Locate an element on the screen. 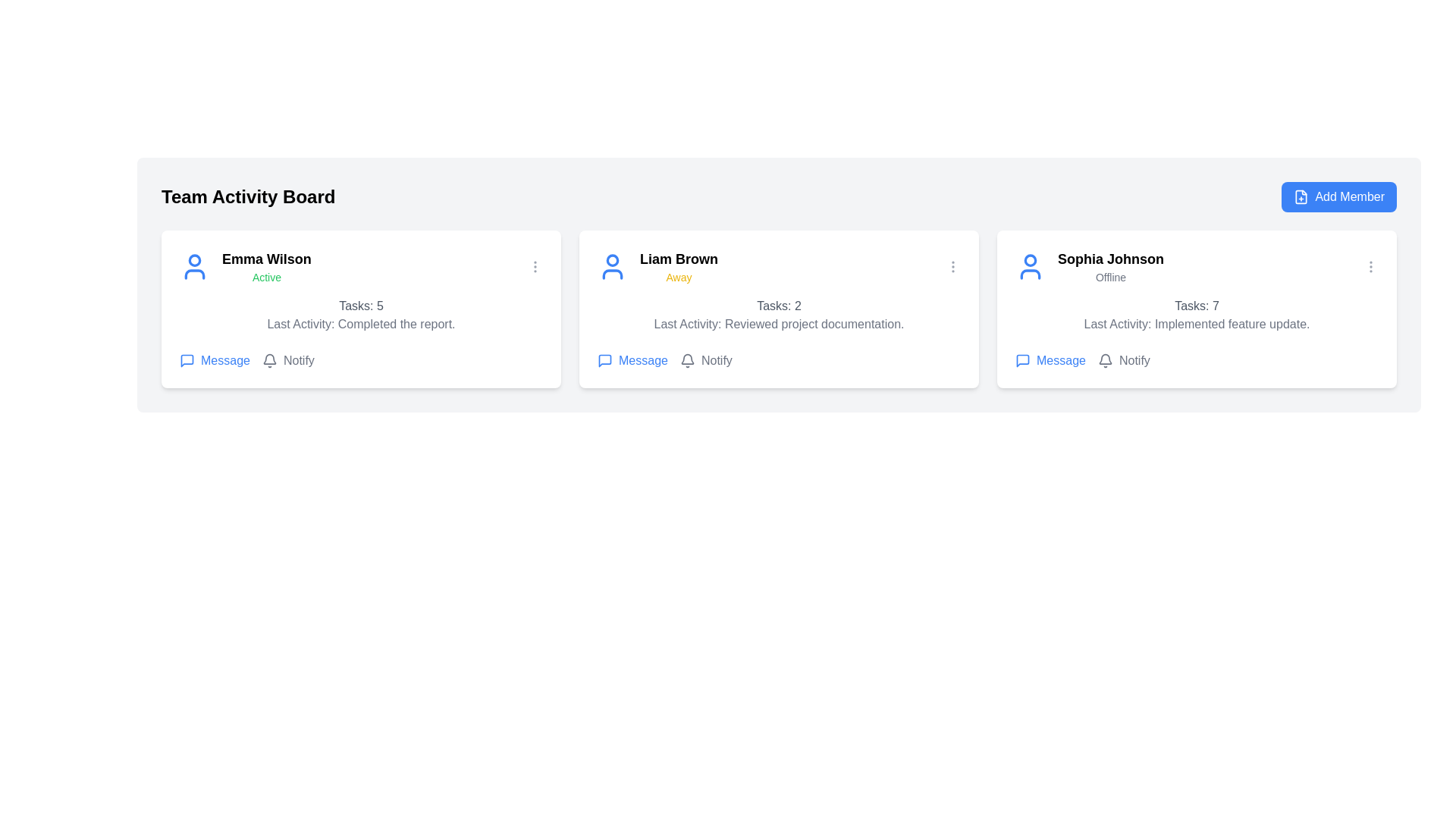  the text label displaying the number of tasks assigned to 'Liam Brown' in the middle card of the row, located directly below the name and status indicator is located at coordinates (779, 306).